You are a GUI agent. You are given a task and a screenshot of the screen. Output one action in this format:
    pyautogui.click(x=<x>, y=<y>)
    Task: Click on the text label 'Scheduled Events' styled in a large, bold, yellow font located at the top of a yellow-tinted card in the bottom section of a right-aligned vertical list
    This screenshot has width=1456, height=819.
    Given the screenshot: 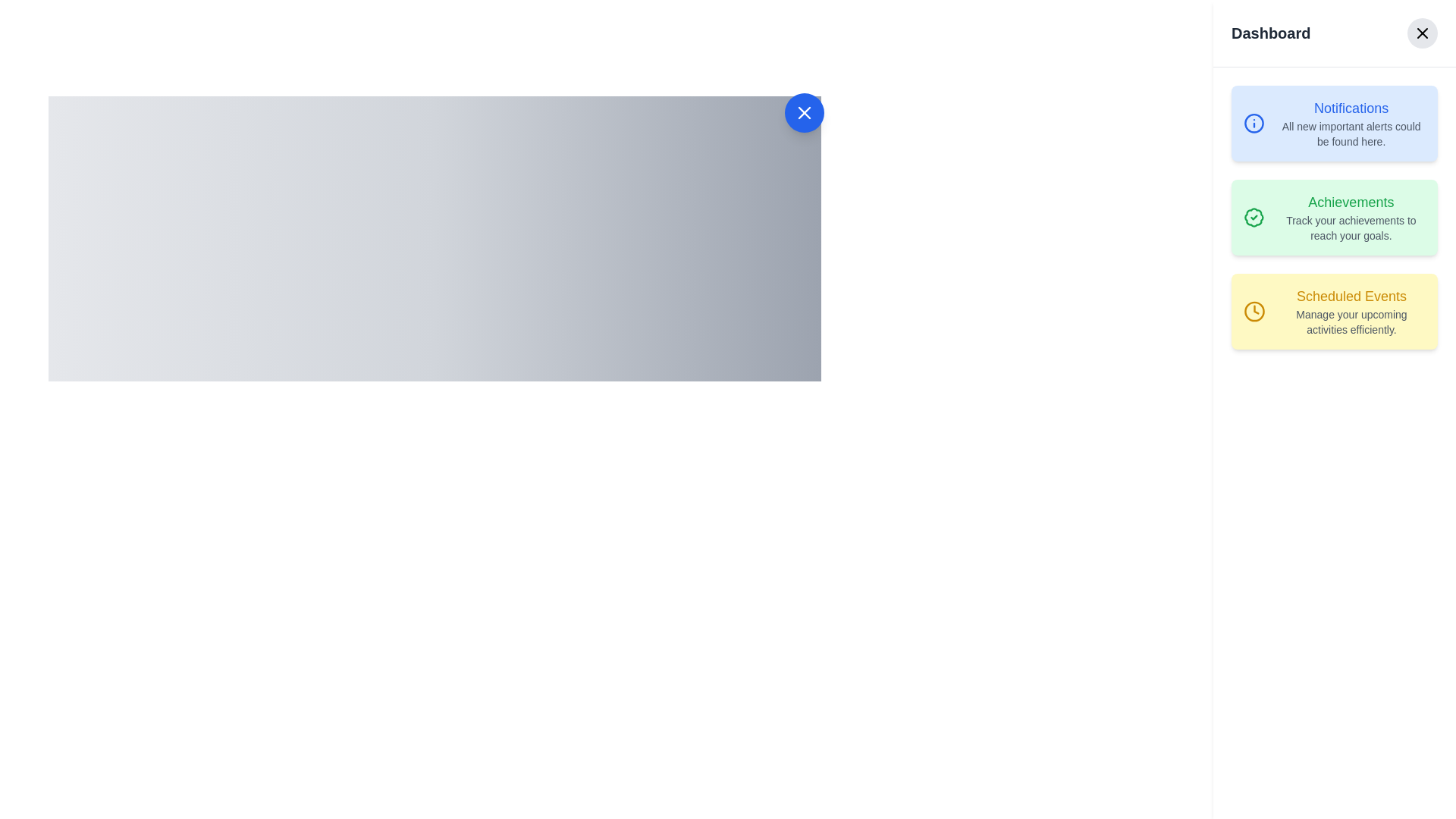 What is the action you would take?
    pyautogui.click(x=1351, y=296)
    